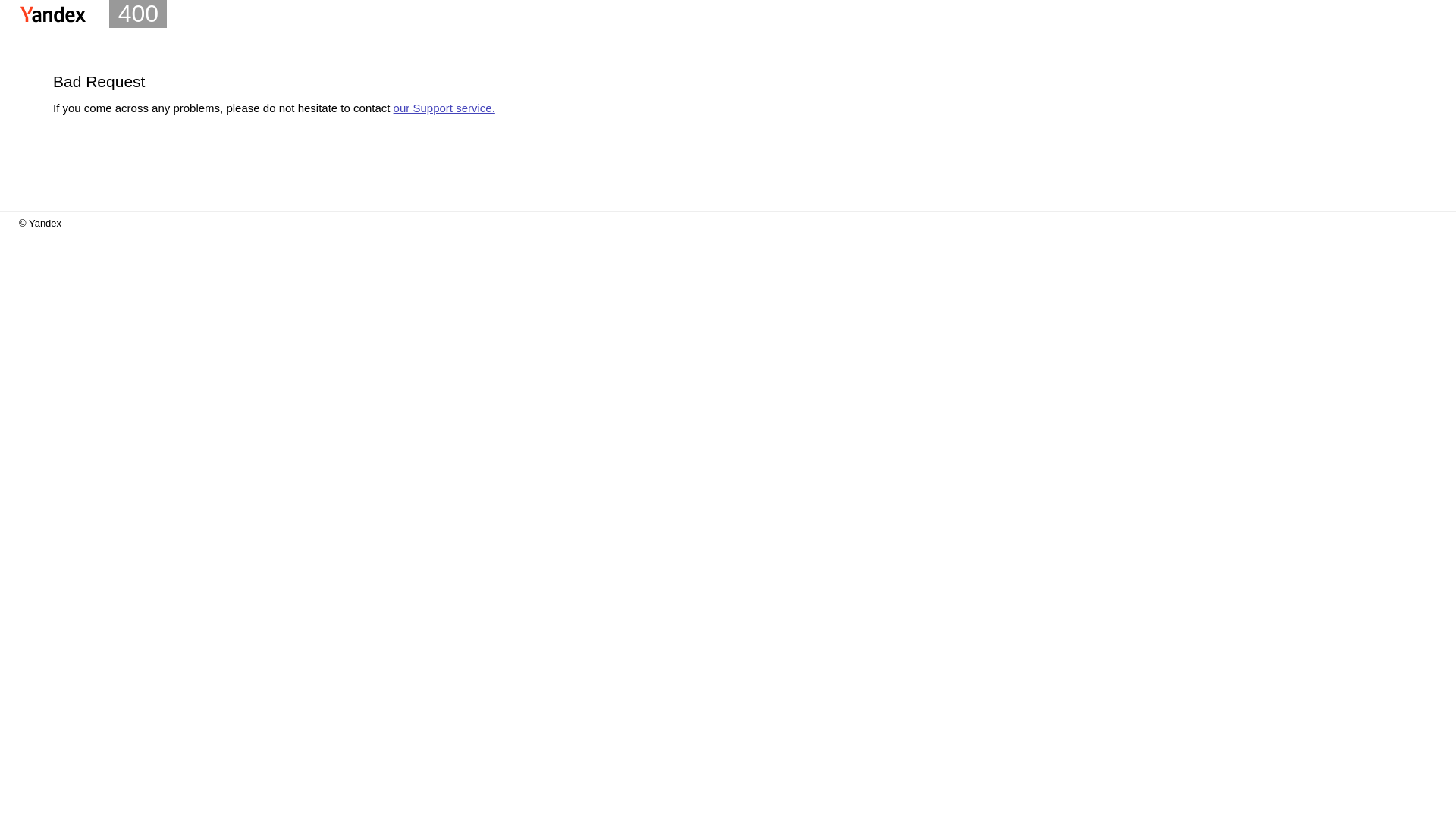 The height and width of the screenshot is (819, 1456). What do you see at coordinates (443, 107) in the screenshot?
I see `'our Support service.'` at bounding box center [443, 107].